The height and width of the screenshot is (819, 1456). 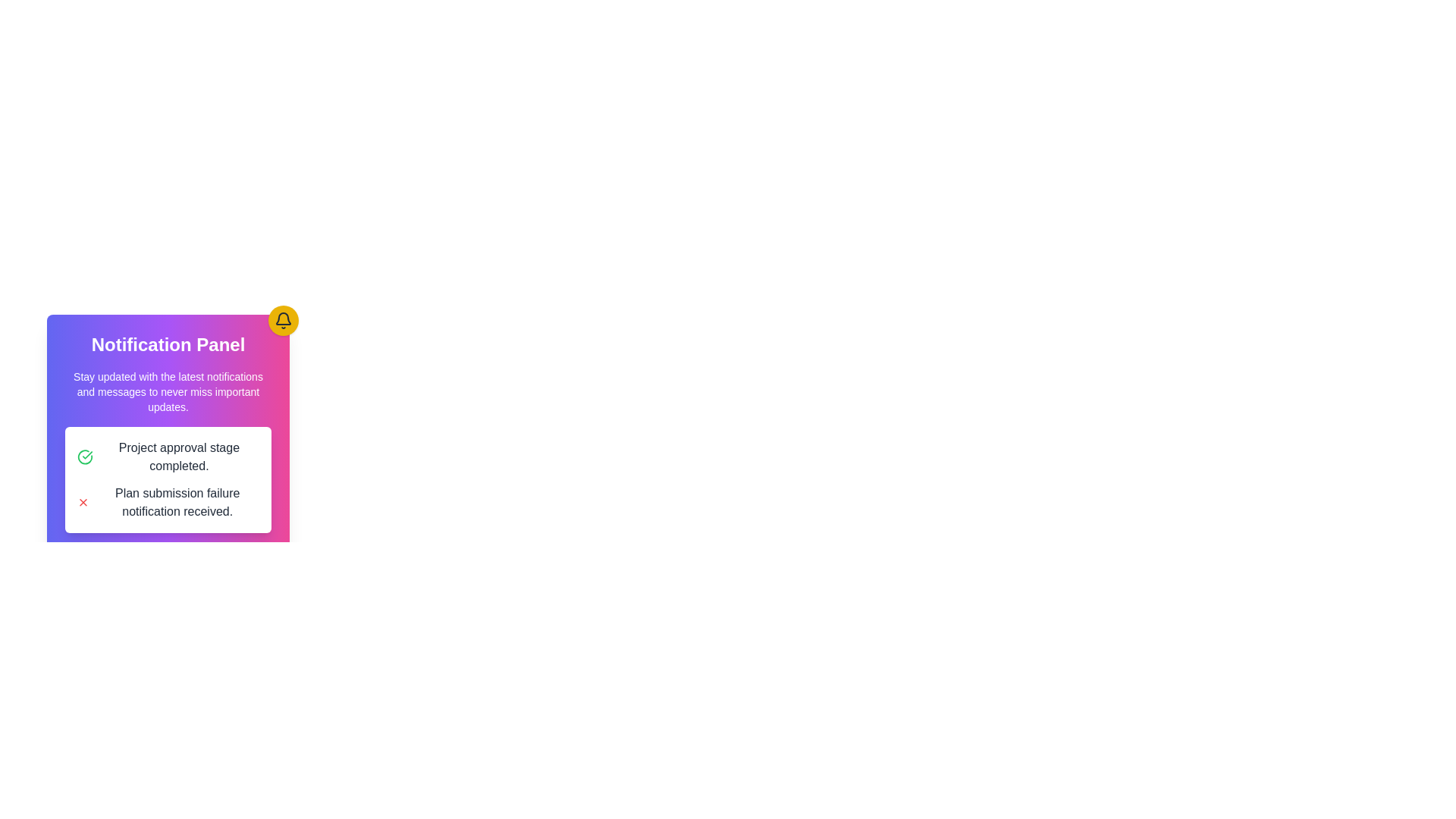 What do you see at coordinates (168, 503) in the screenshot?
I see `displayed notification message about the failure during the plan submission process located in the white card section below the 'Project approval stage completed' message` at bounding box center [168, 503].